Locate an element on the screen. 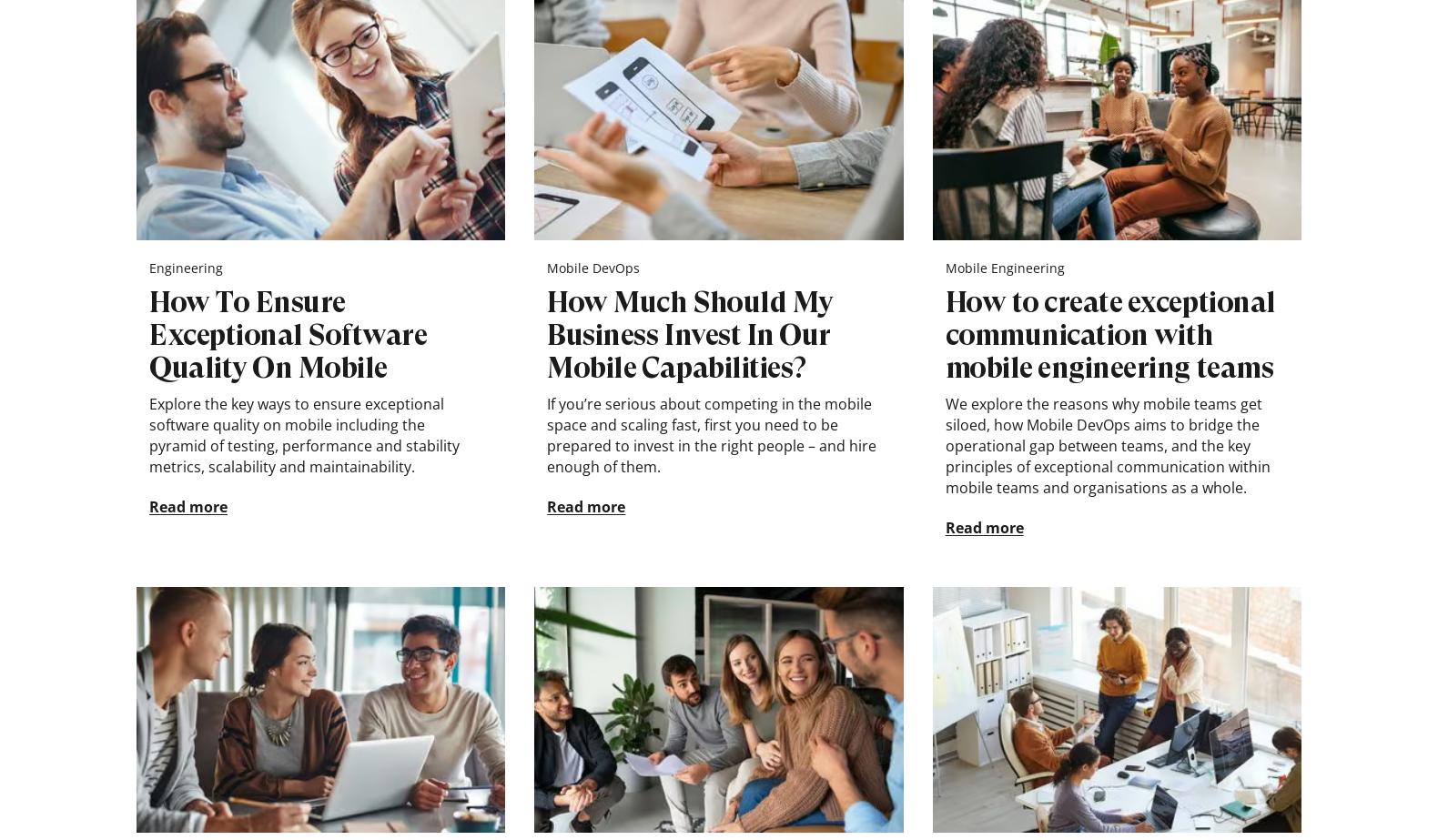 Image resolution: width=1438 pixels, height=840 pixels. 'Reg. HRB 148153 B' is located at coordinates (551, 820).